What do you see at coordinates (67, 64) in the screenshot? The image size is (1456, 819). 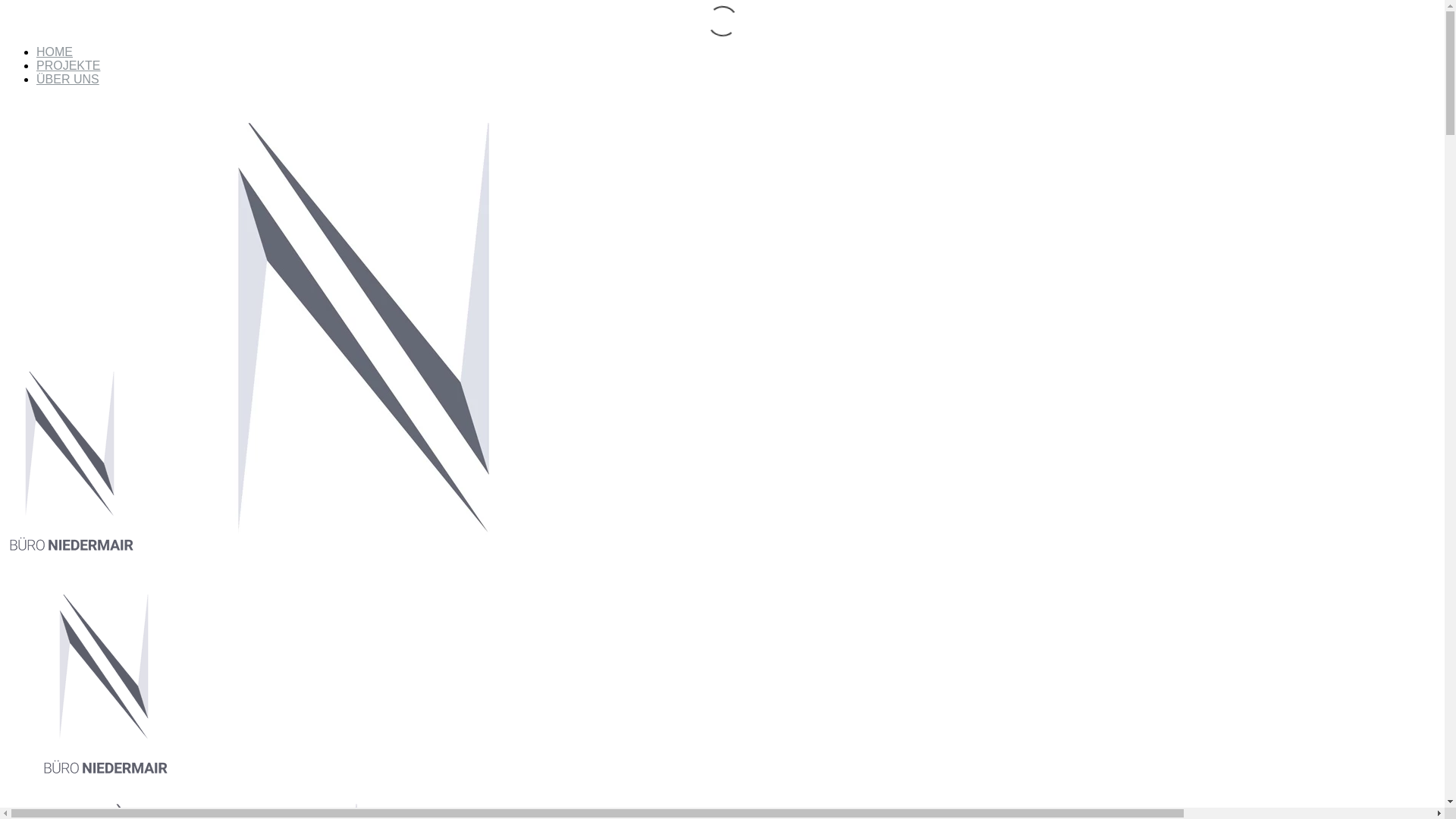 I see `'PROJEKTE'` at bounding box center [67, 64].